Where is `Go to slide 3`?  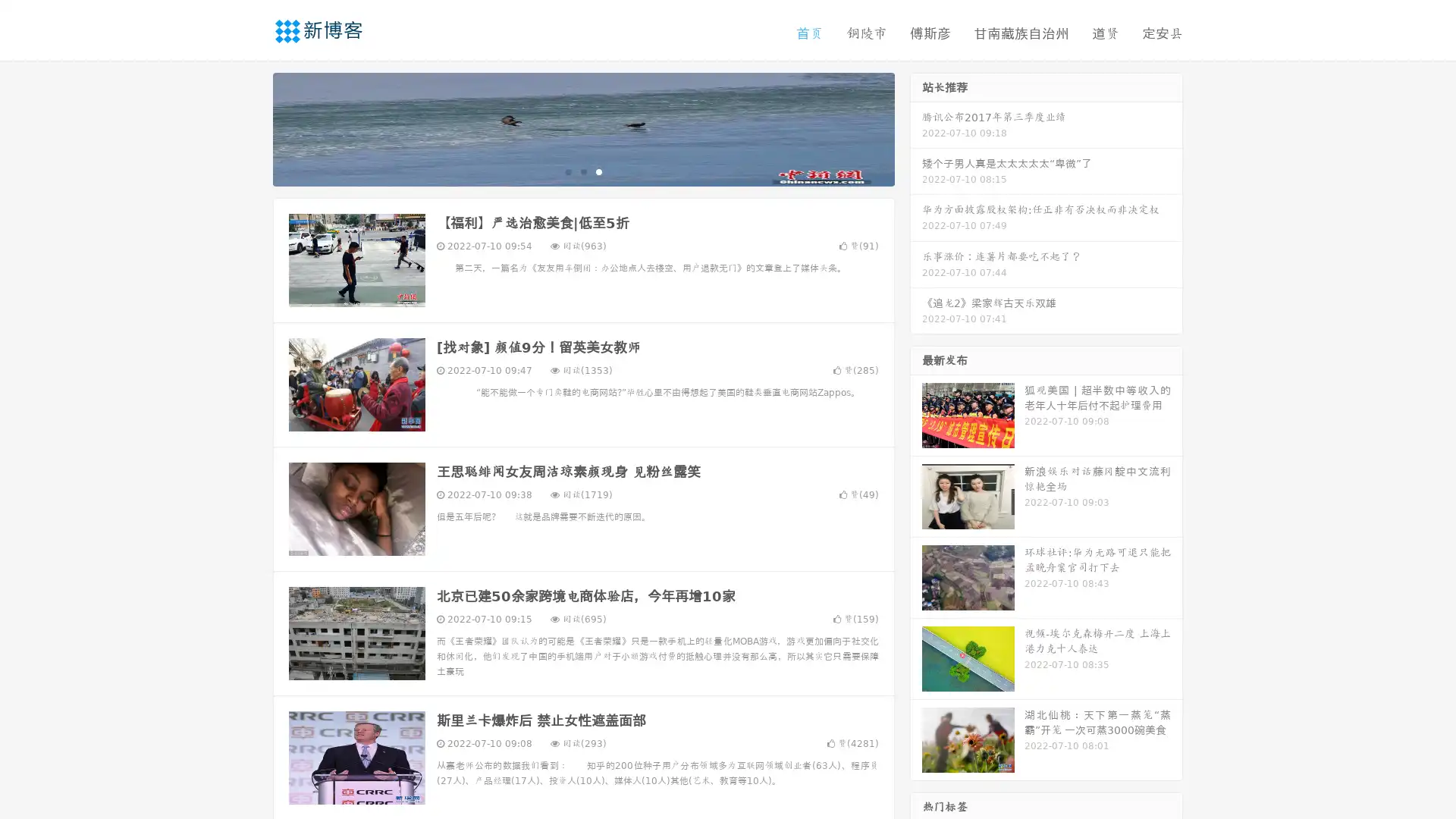
Go to slide 3 is located at coordinates (598, 171).